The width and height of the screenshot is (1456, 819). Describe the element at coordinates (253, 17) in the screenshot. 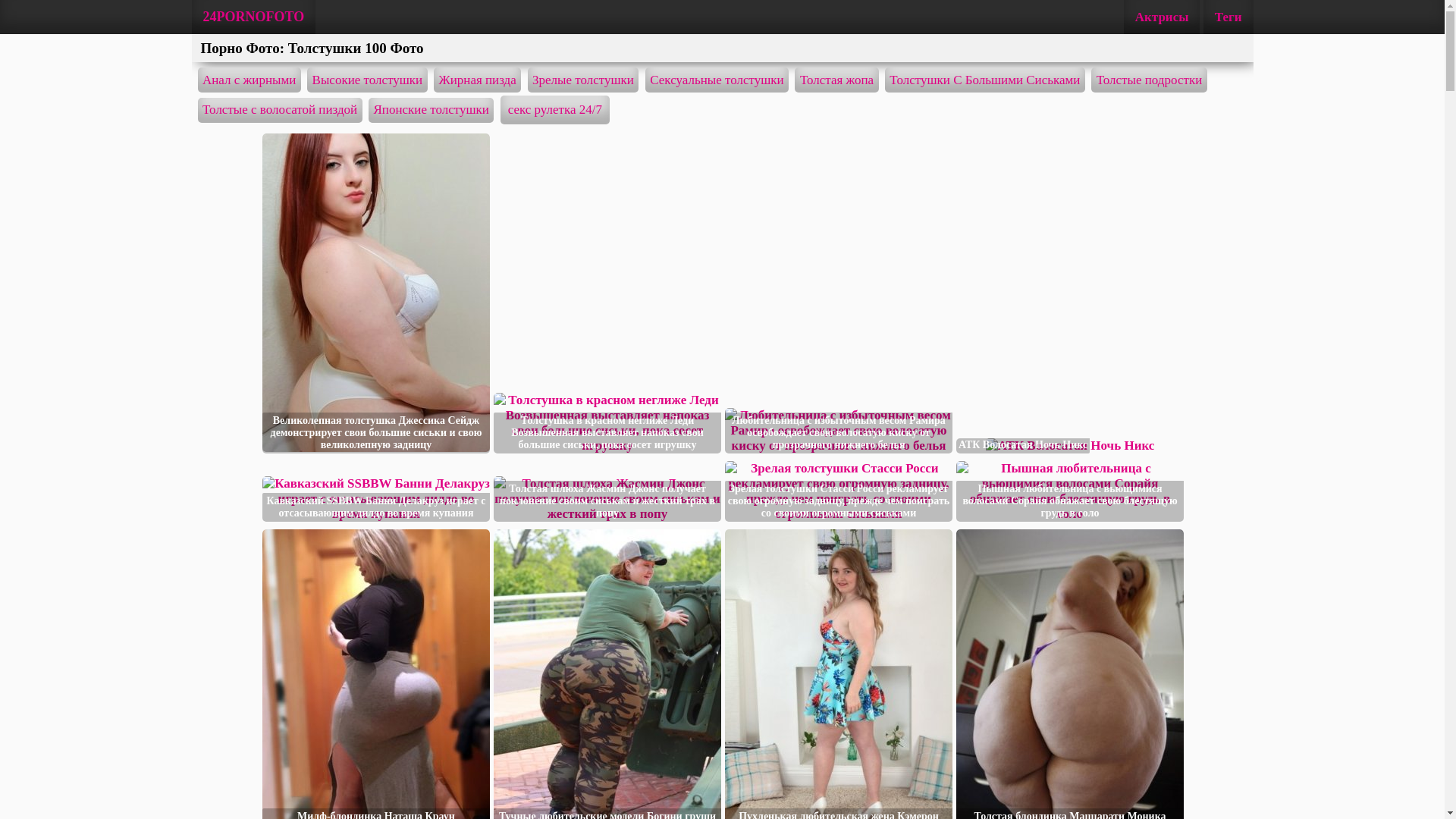

I see `'24PORNOFOTO'` at that location.